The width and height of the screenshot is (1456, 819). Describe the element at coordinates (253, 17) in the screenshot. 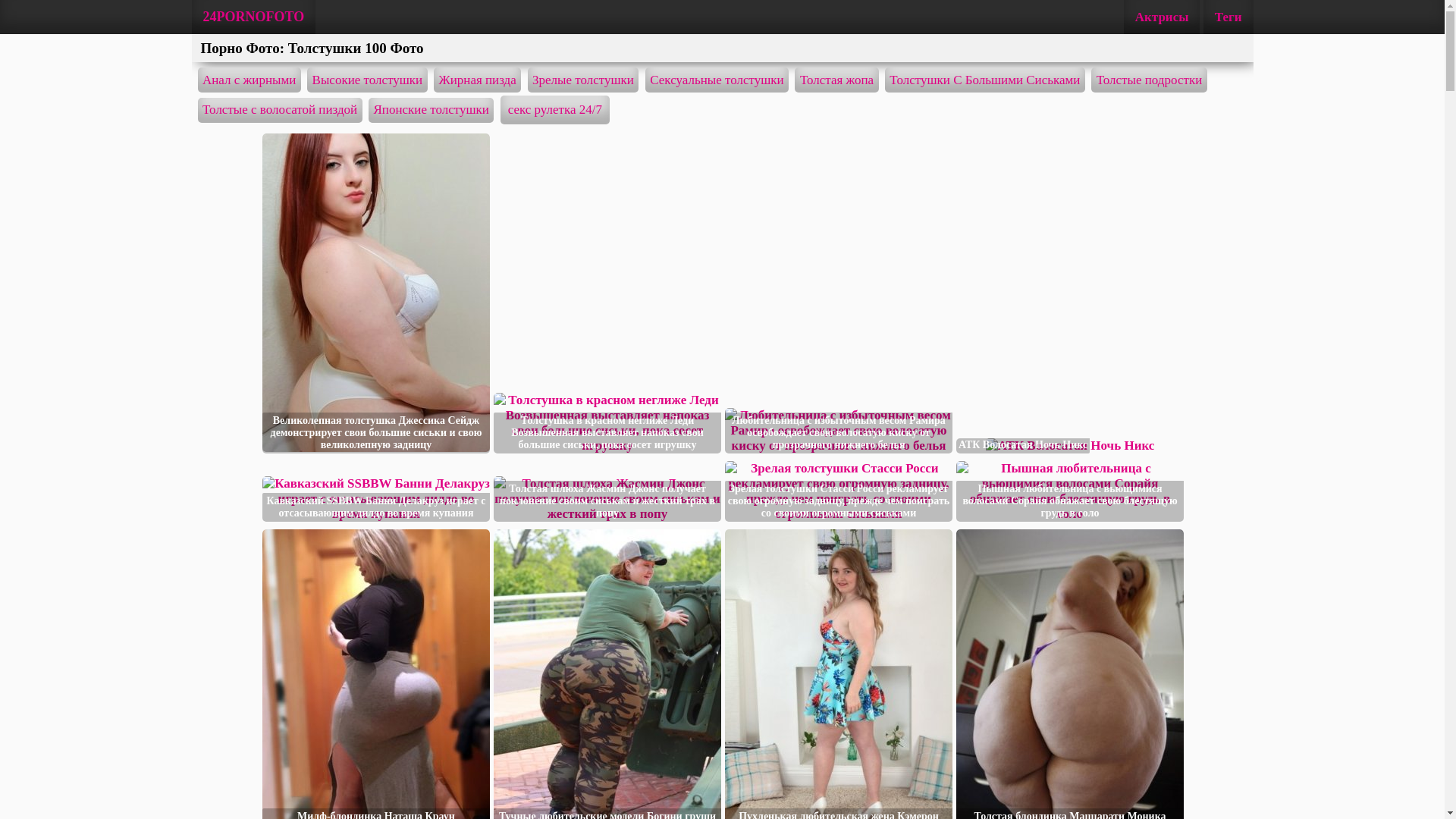

I see `'24PORNOFOTO'` at that location.